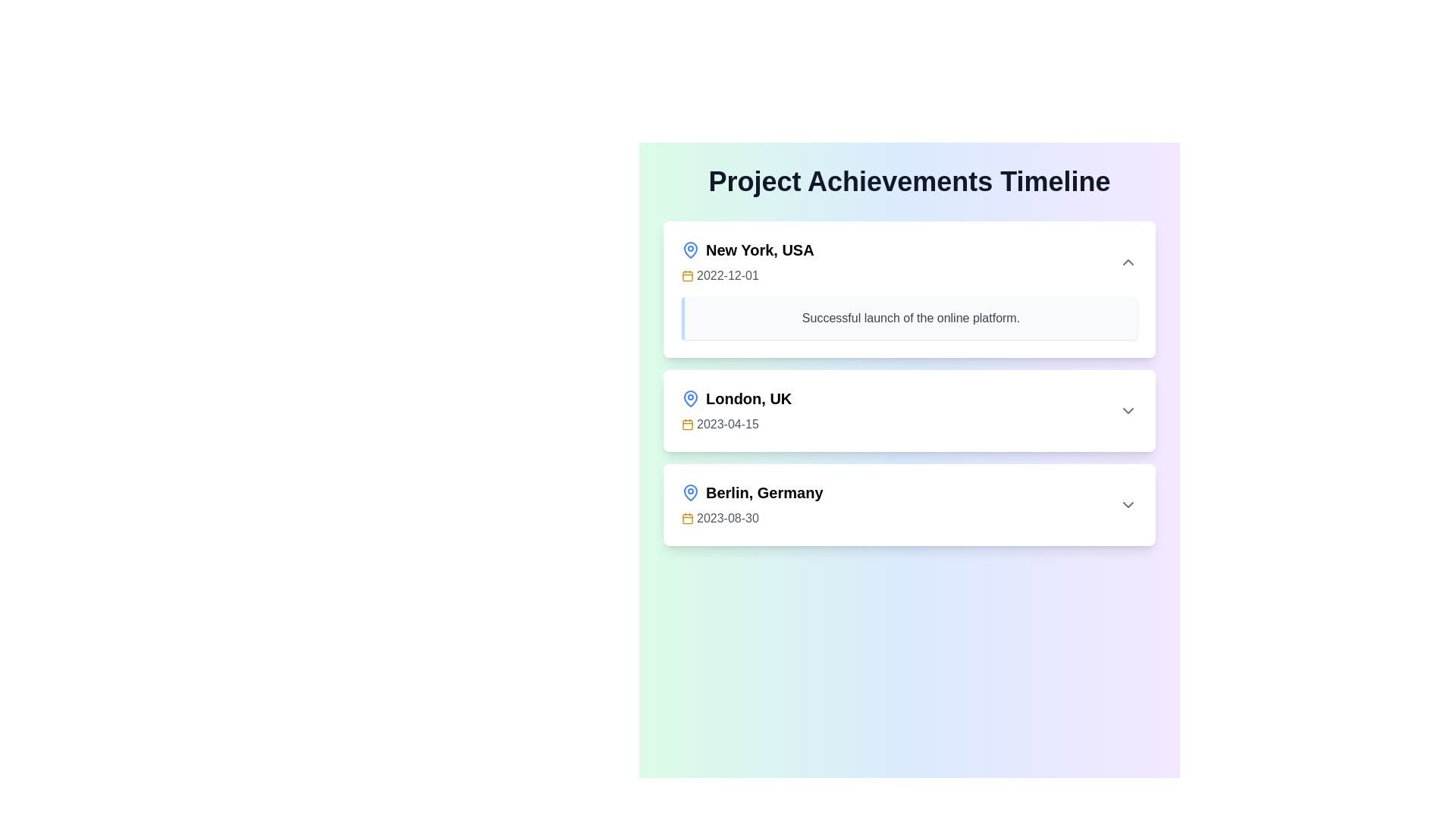  What do you see at coordinates (736, 397) in the screenshot?
I see `text from the label displaying 'London, UK' which is styled in bold and positioned in a timeline interface` at bounding box center [736, 397].